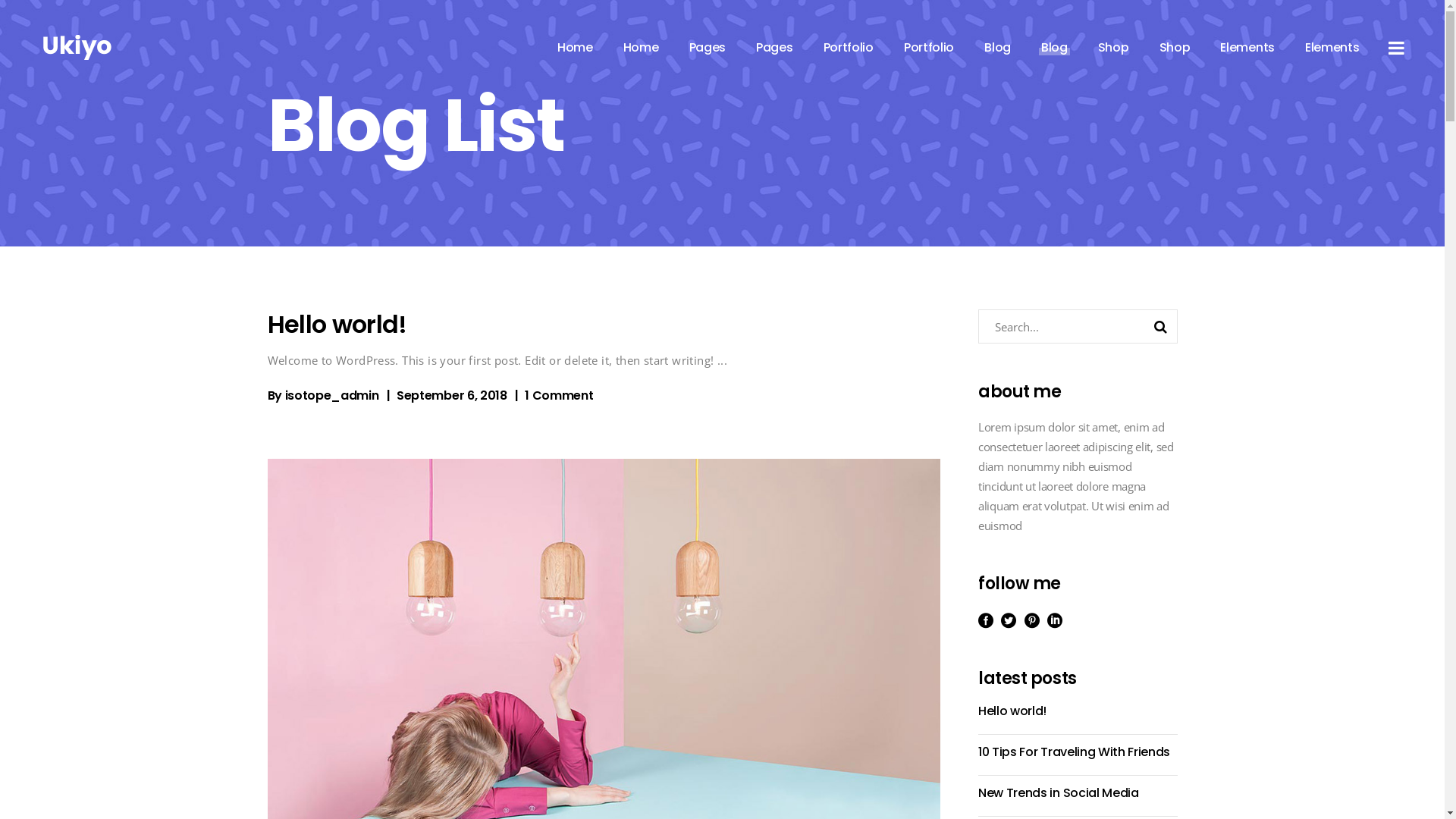 Image resolution: width=1456 pixels, height=819 pixels. What do you see at coordinates (978, 752) in the screenshot?
I see `'10 Tips For Traveling With Friends'` at bounding box center [978, 752].